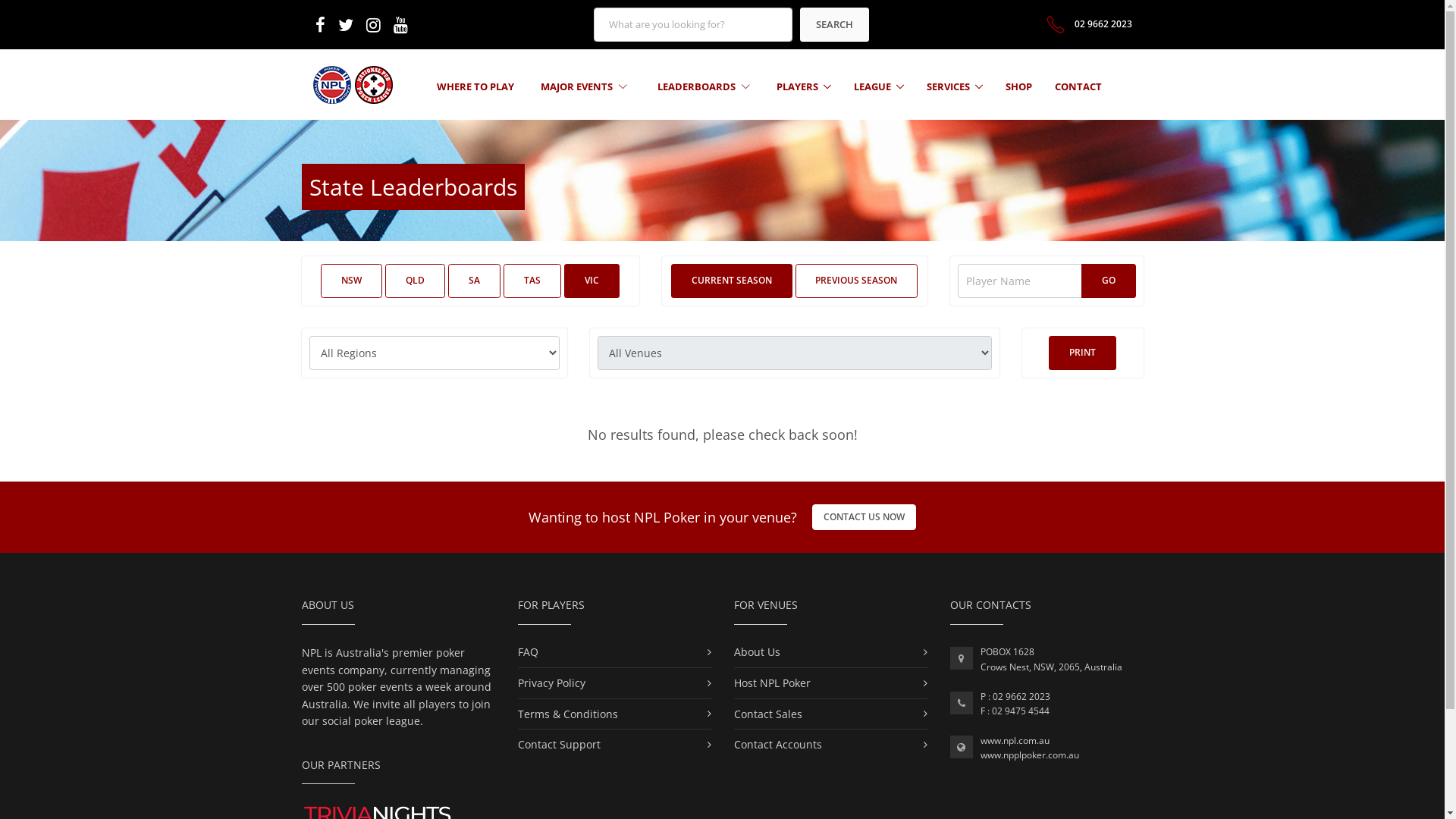  Describe the element at coordinates (532, 281) in the screenshot. I see `'TAS'` at that location.